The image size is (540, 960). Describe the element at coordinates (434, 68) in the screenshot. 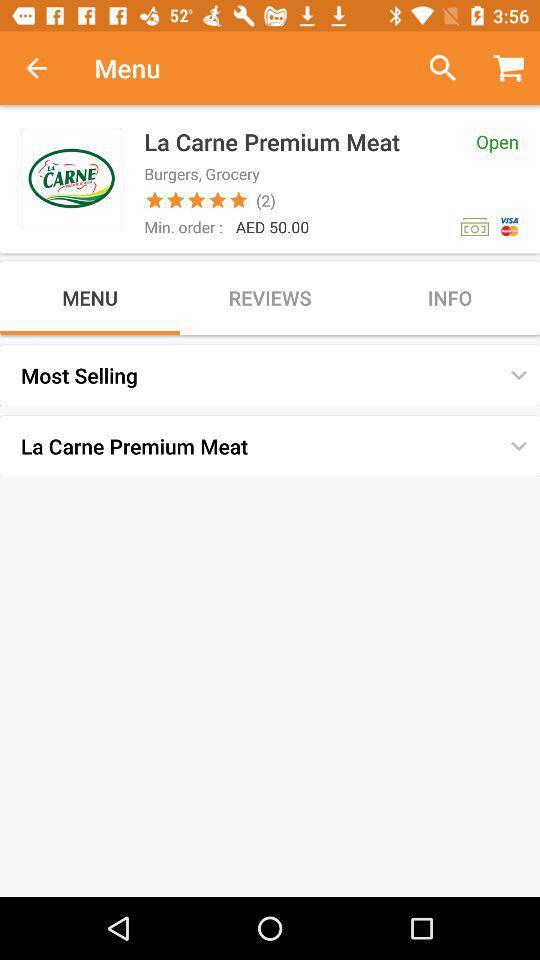

I see `perform a search` at that location.